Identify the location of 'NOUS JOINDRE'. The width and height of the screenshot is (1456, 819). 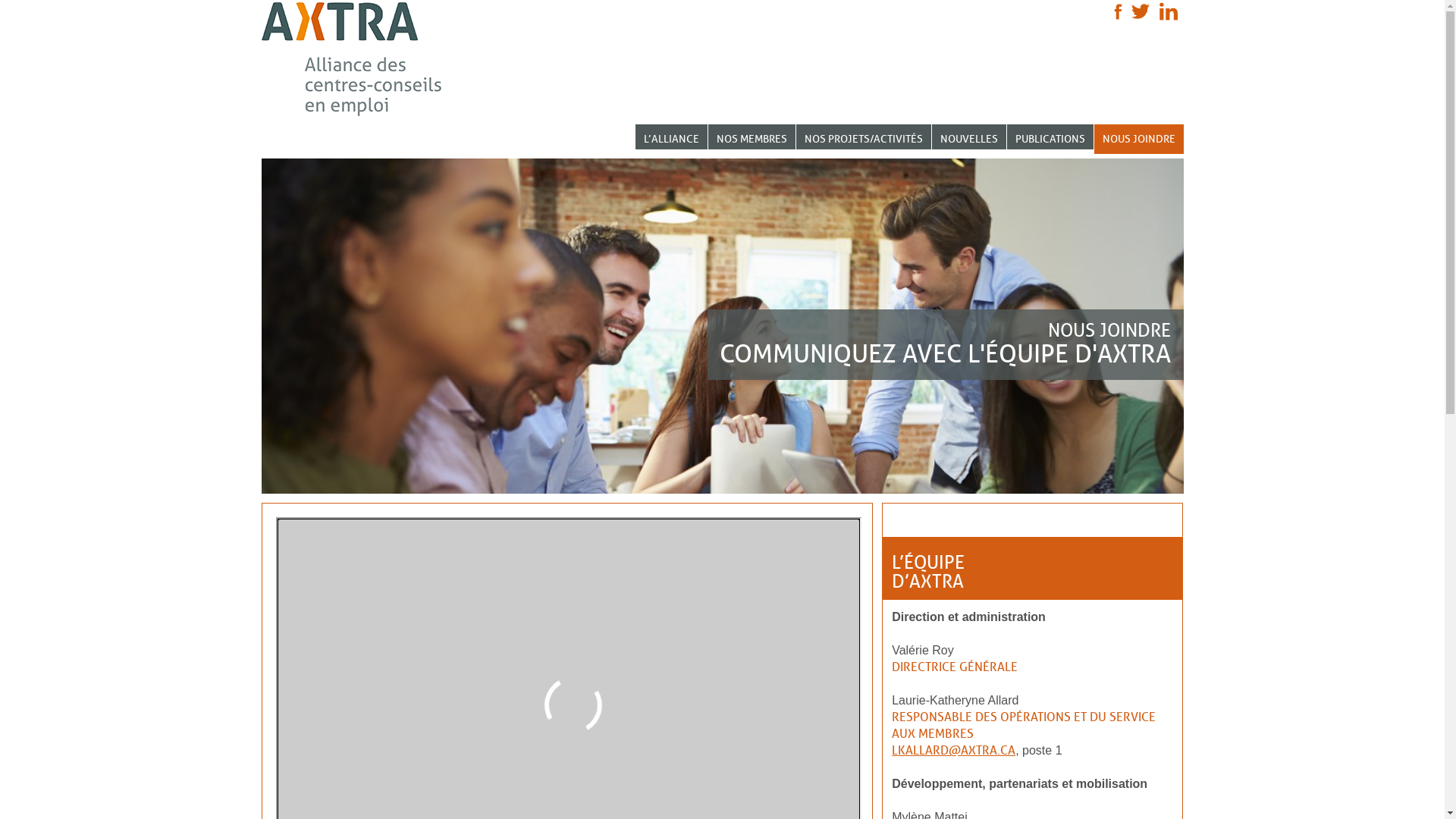
(1138, 139).